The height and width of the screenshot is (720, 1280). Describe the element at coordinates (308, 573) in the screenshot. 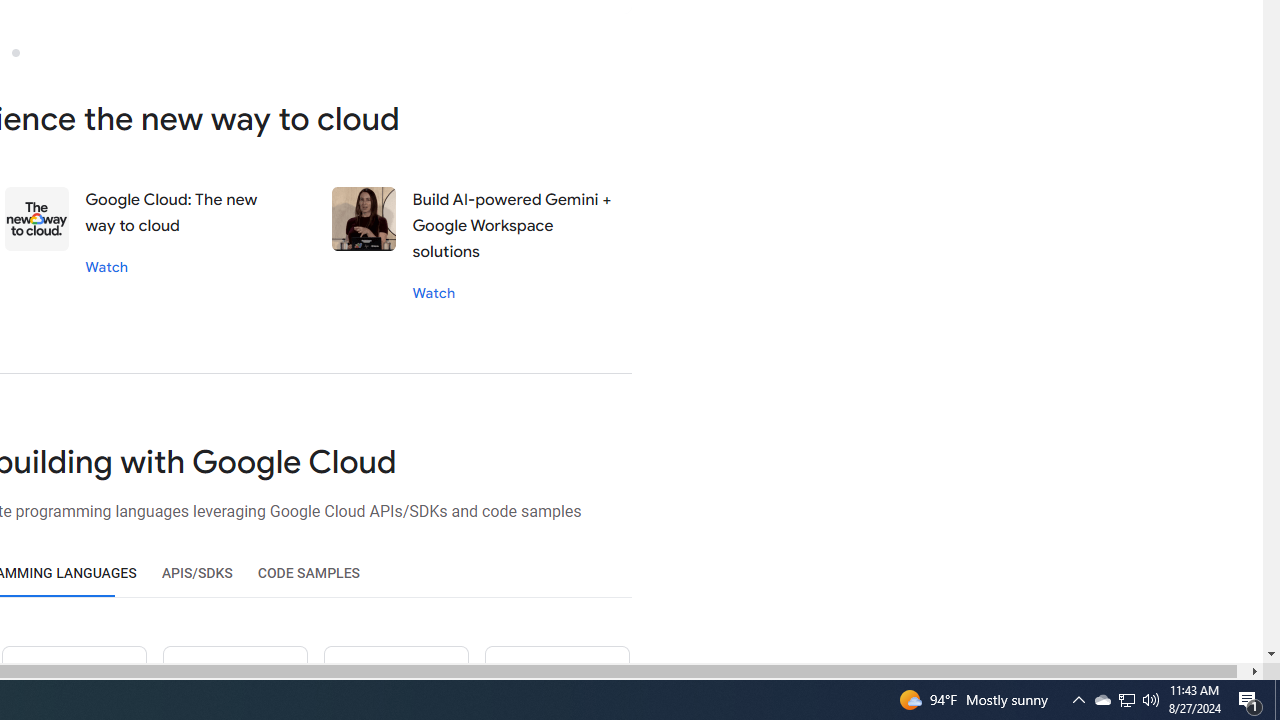

I see `'CODE SAMPLES'` at that location.